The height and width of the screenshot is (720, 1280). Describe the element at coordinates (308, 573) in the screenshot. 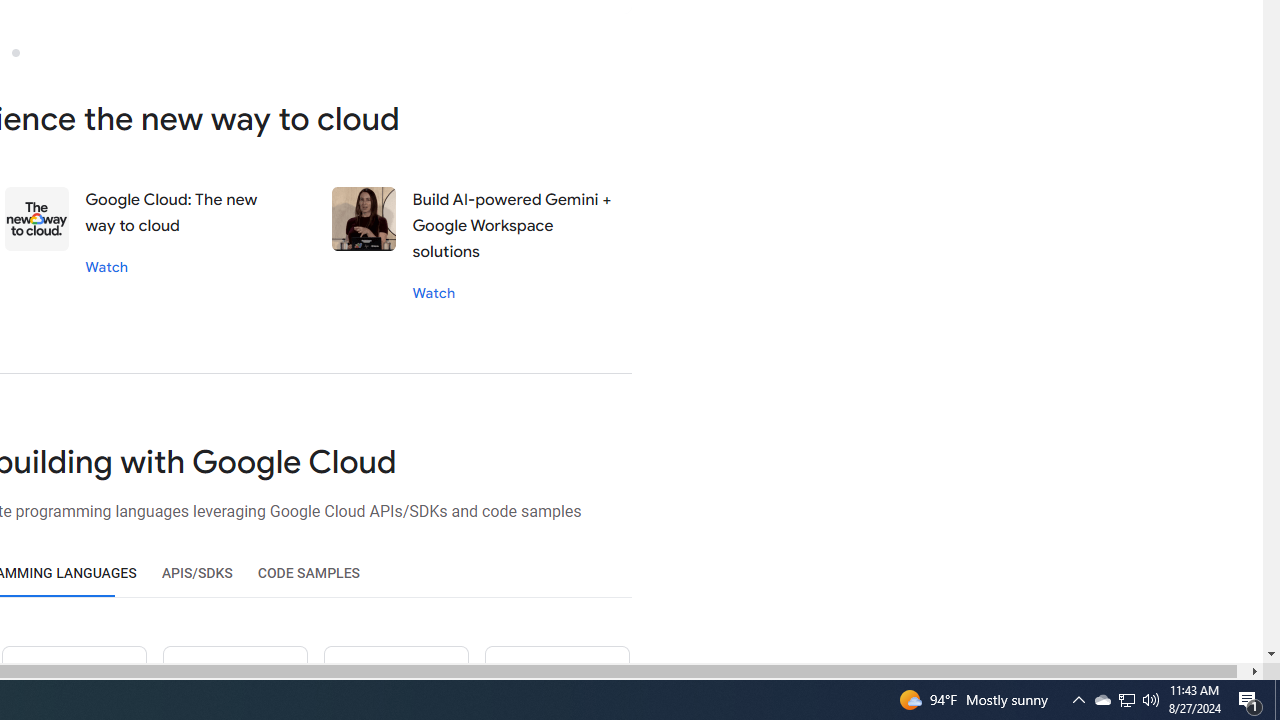

I see `'CODE SAMPLES'` at that location.